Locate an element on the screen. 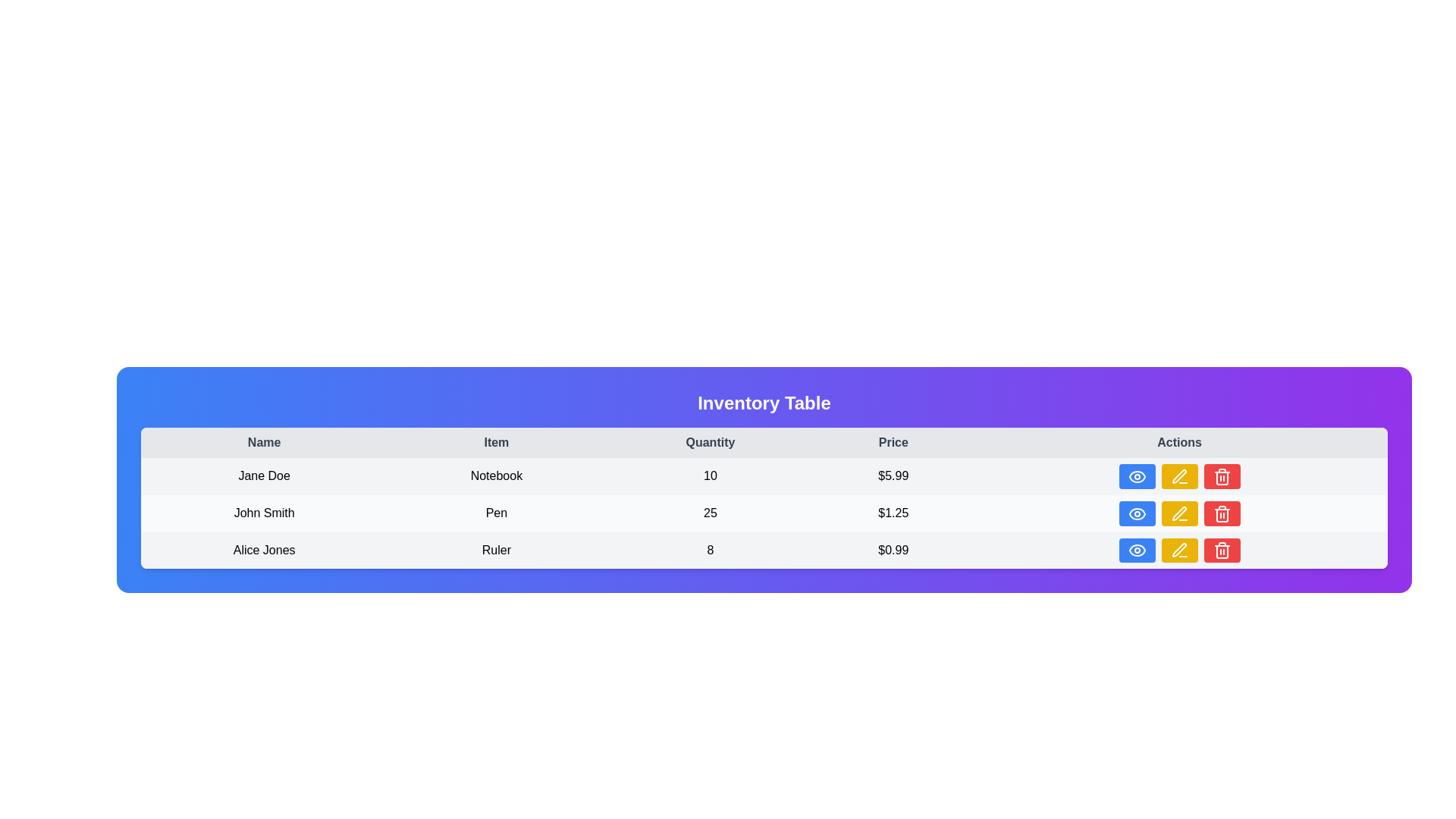 The width and height of the screenshot is (1456, 819). the static text label displaying '$1.25' in the Price column of the inventory table for 'John Smith' is located at coordinates (893, 513).